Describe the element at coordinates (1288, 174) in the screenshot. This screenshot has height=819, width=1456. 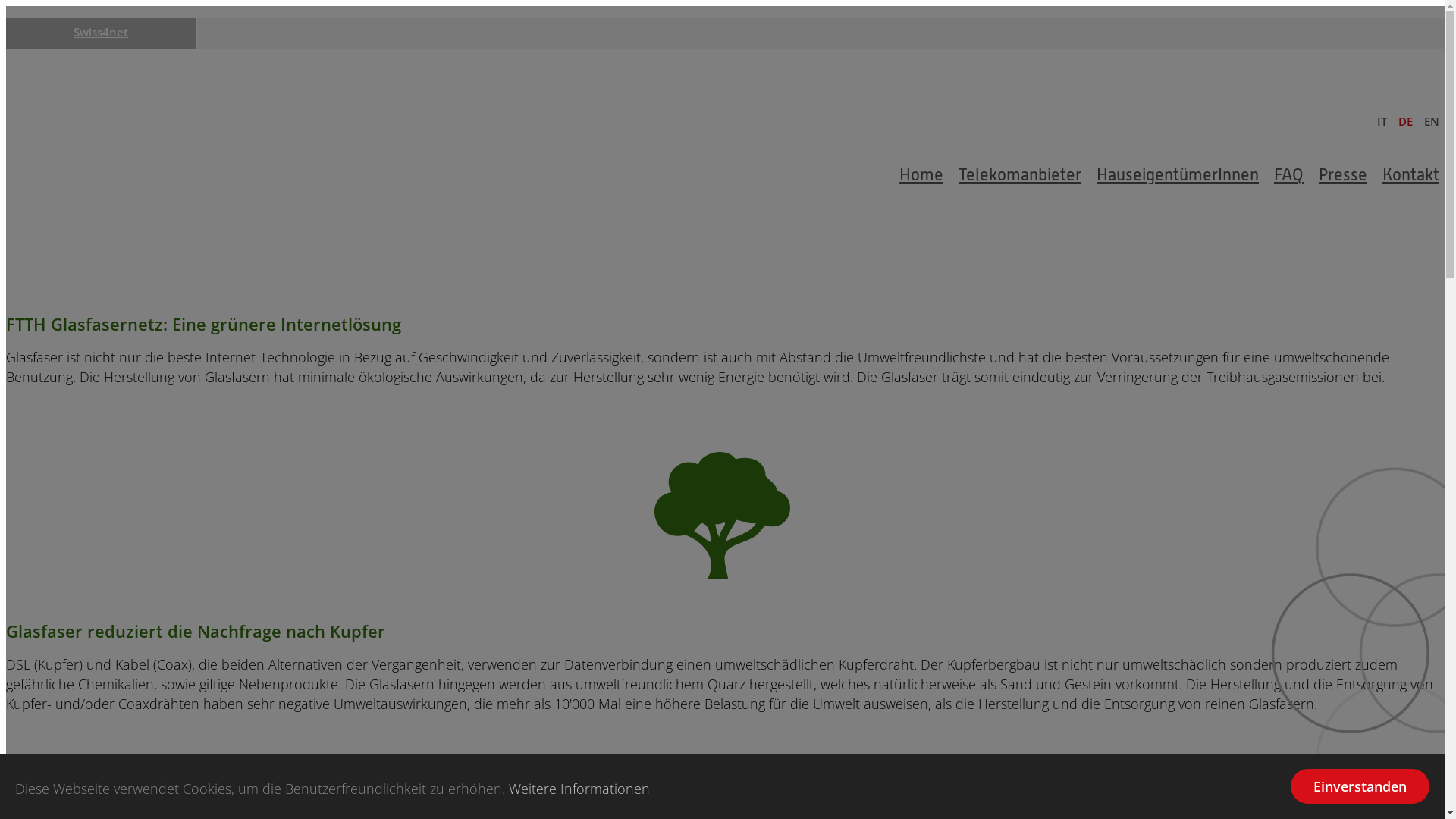
I see `'FAQ'` at that location.